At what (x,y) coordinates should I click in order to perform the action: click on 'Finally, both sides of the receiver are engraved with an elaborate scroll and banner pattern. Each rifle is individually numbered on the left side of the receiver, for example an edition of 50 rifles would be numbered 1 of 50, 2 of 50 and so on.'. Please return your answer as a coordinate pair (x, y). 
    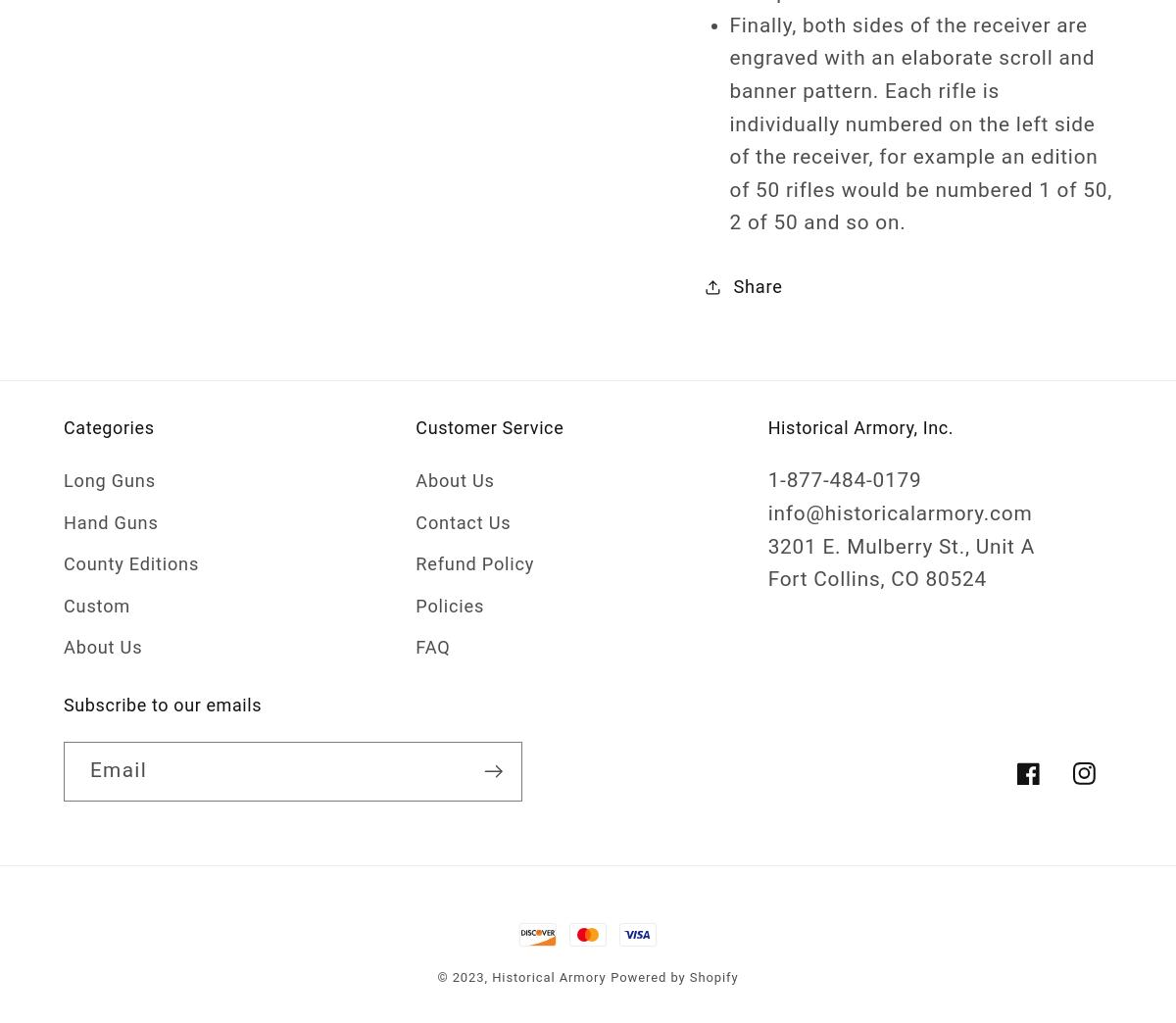
    Looking at the image, I should click on (920, 123).